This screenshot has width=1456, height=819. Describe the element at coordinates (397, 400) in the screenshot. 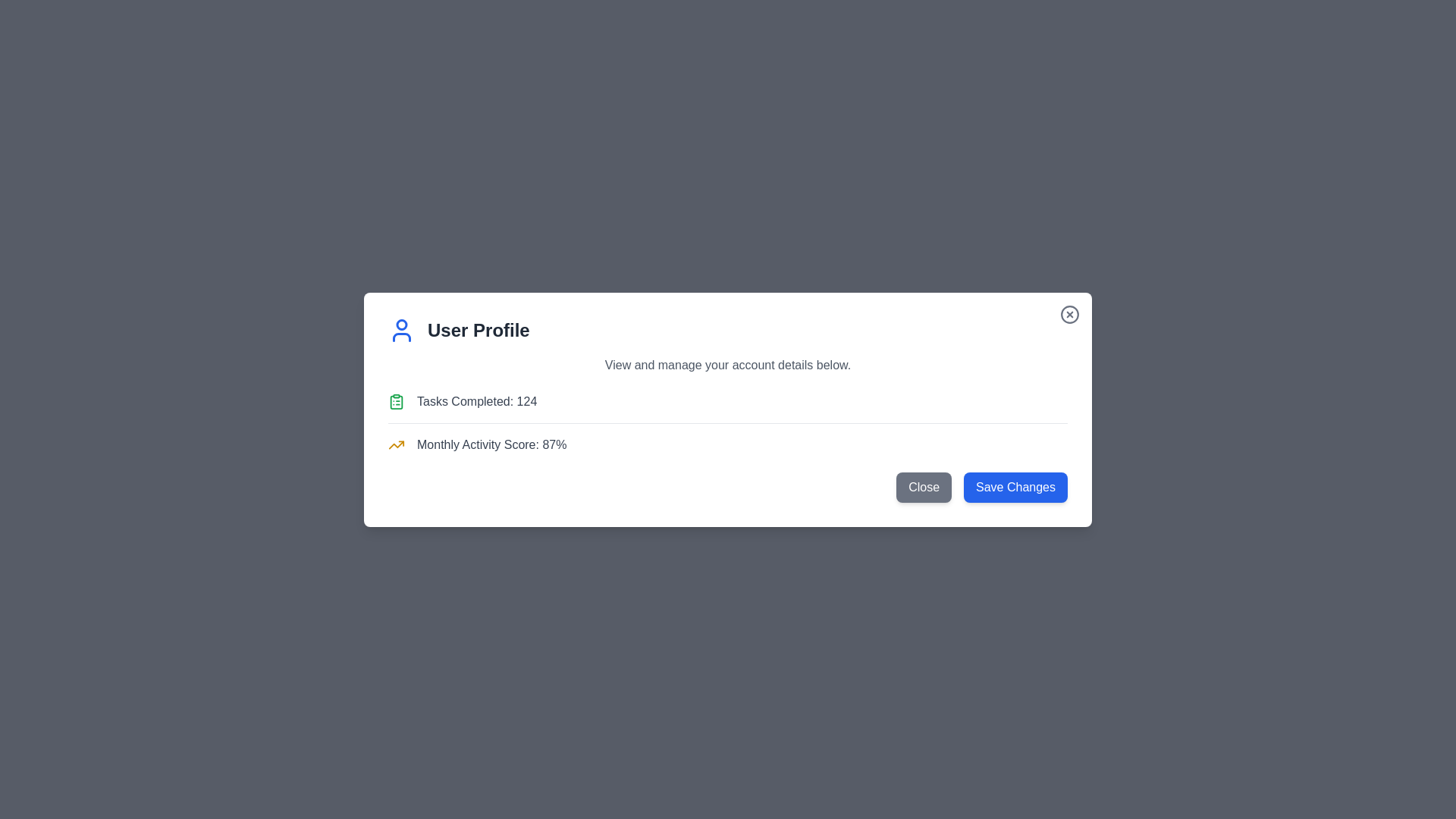

I see `the green clipboard icon with a checkmark located next to the text 'Tasks Completed: 124' in the user profile panel` at that location.